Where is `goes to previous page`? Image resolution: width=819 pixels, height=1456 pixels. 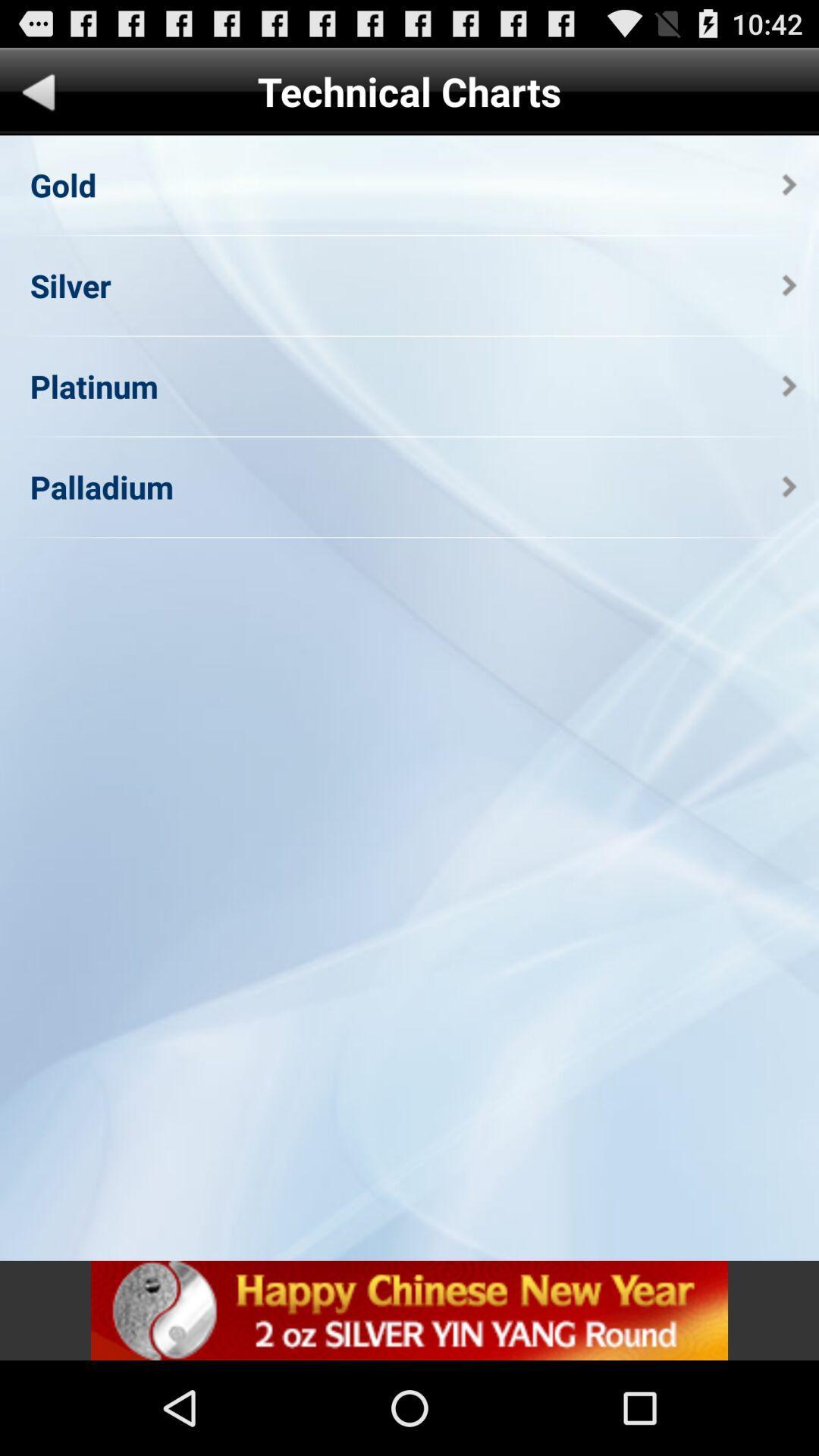 goes to previous page is located at coordinates (38, 94).